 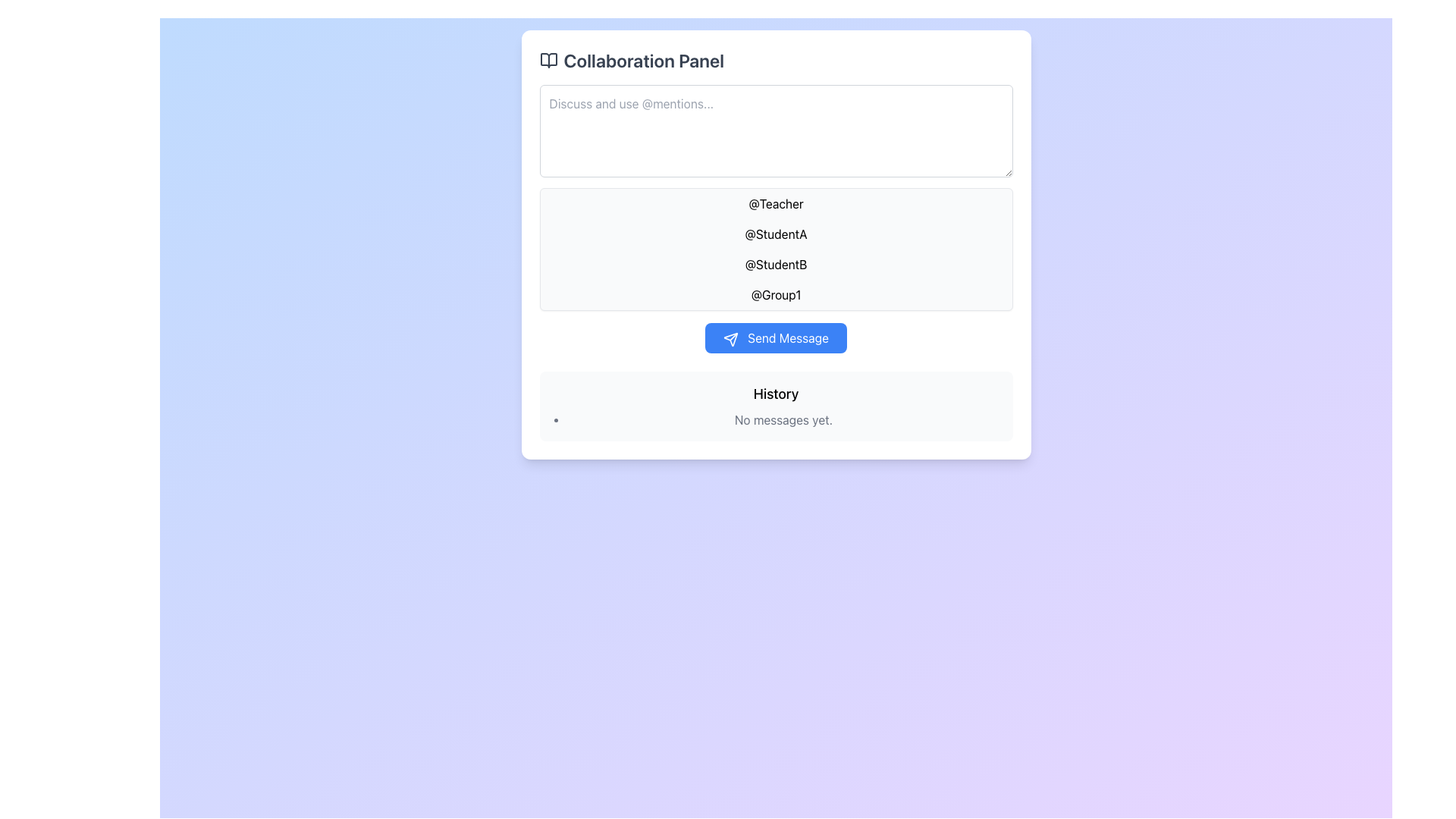 What do you see at coordinates (776, 263) in the screenshot?
I see `the list item representing '@StudentB'` at bounding box center [776, 263].